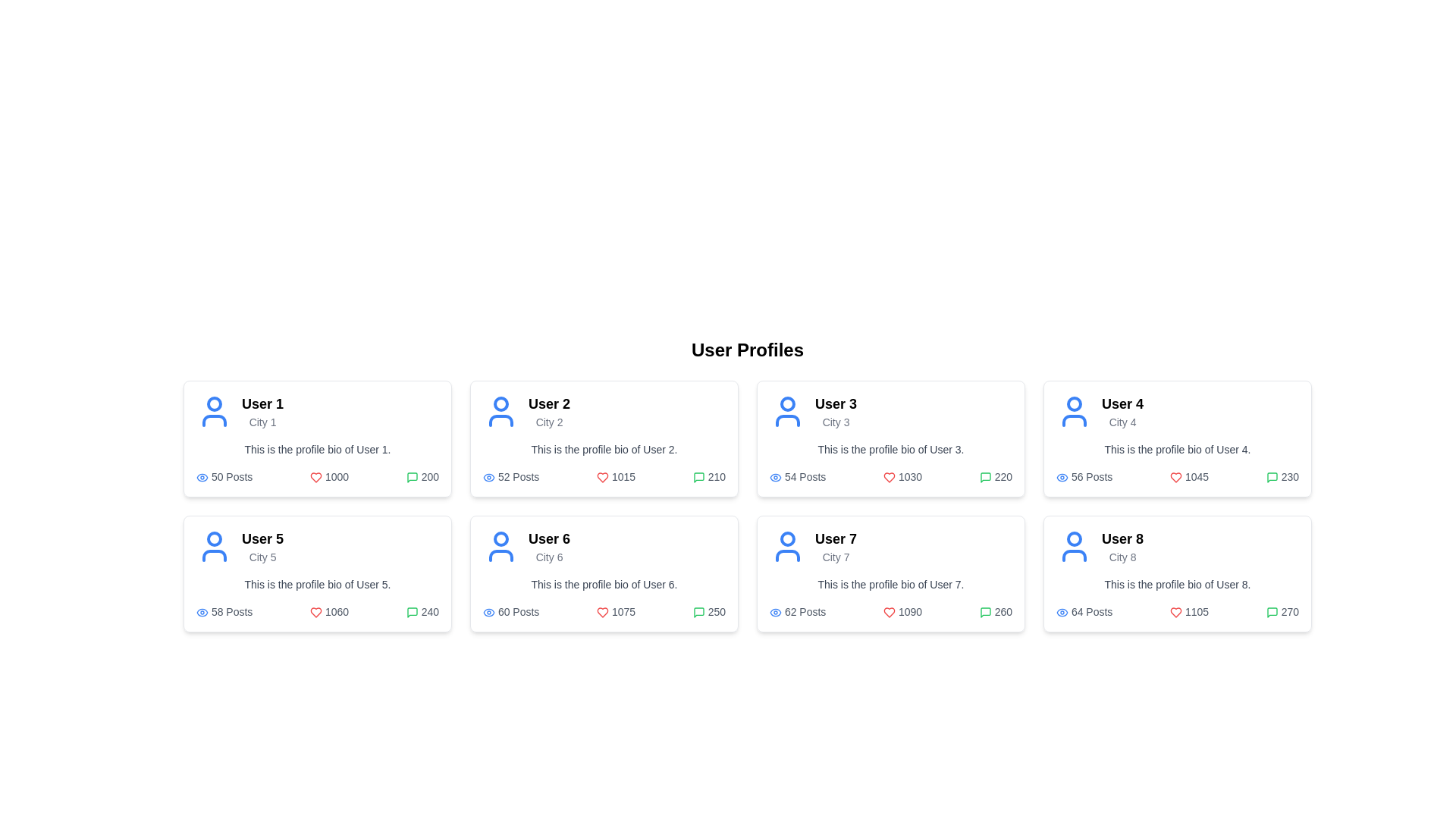  I want to click on the green outlined speech bubble icon located in the bottom-right section of the card labeled 'User 5', next to the number '240', so click(412, 612).